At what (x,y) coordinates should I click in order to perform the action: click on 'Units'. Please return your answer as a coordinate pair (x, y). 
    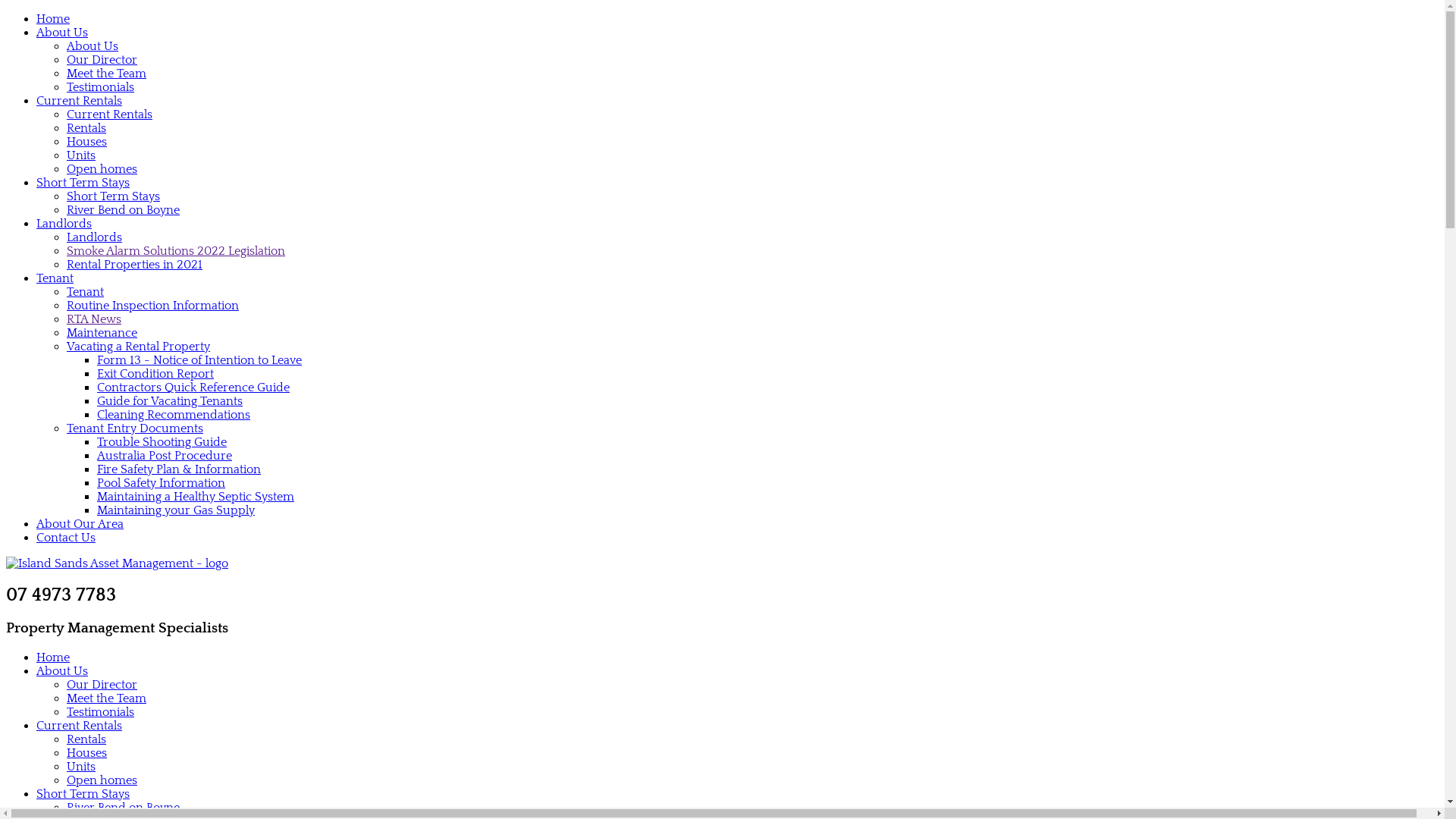
    Looking at the image, I should click on (80, 155).